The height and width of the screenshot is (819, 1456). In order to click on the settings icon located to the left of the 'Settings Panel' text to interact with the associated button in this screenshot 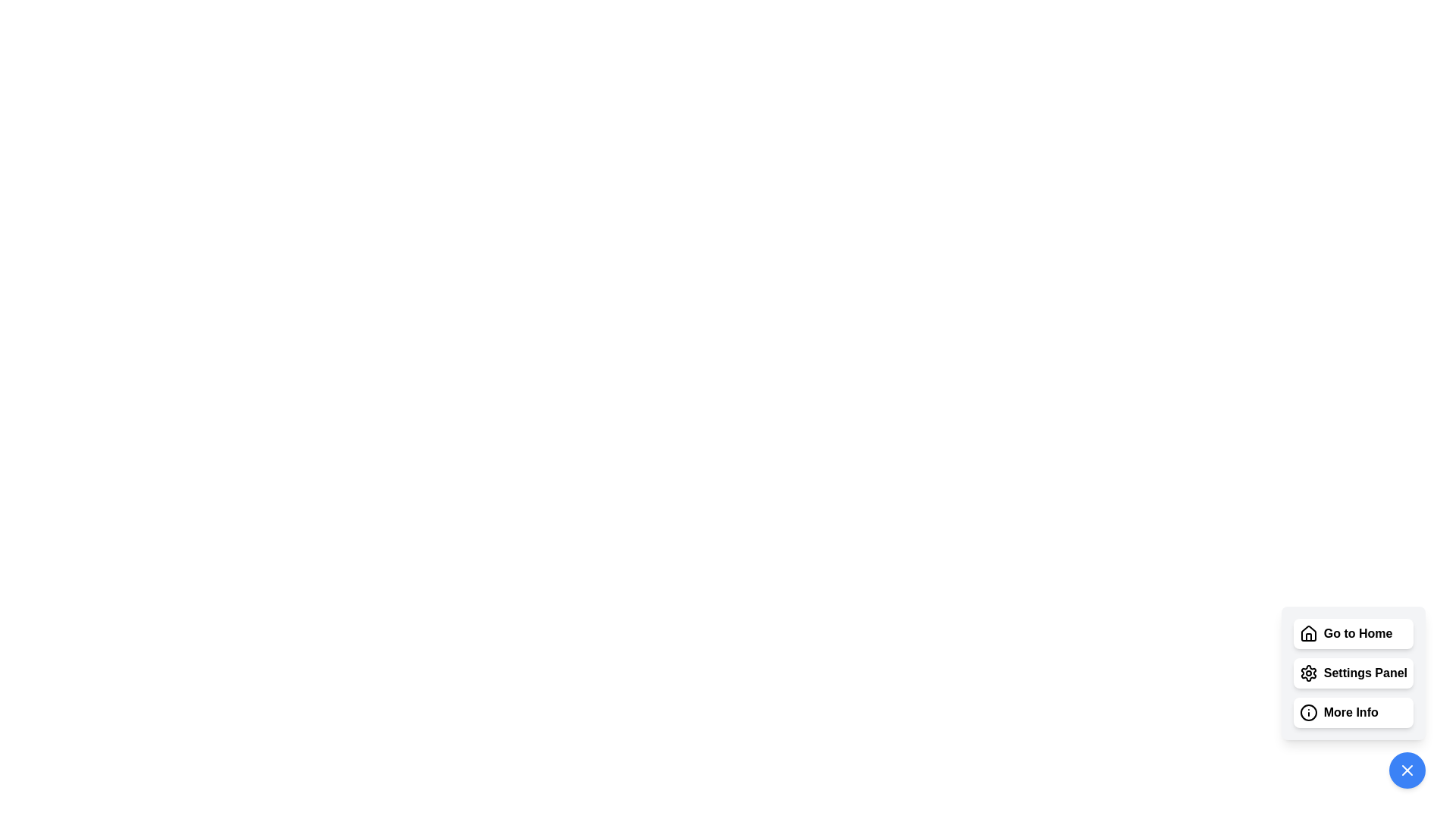, I will do `click(1307, 672)`.